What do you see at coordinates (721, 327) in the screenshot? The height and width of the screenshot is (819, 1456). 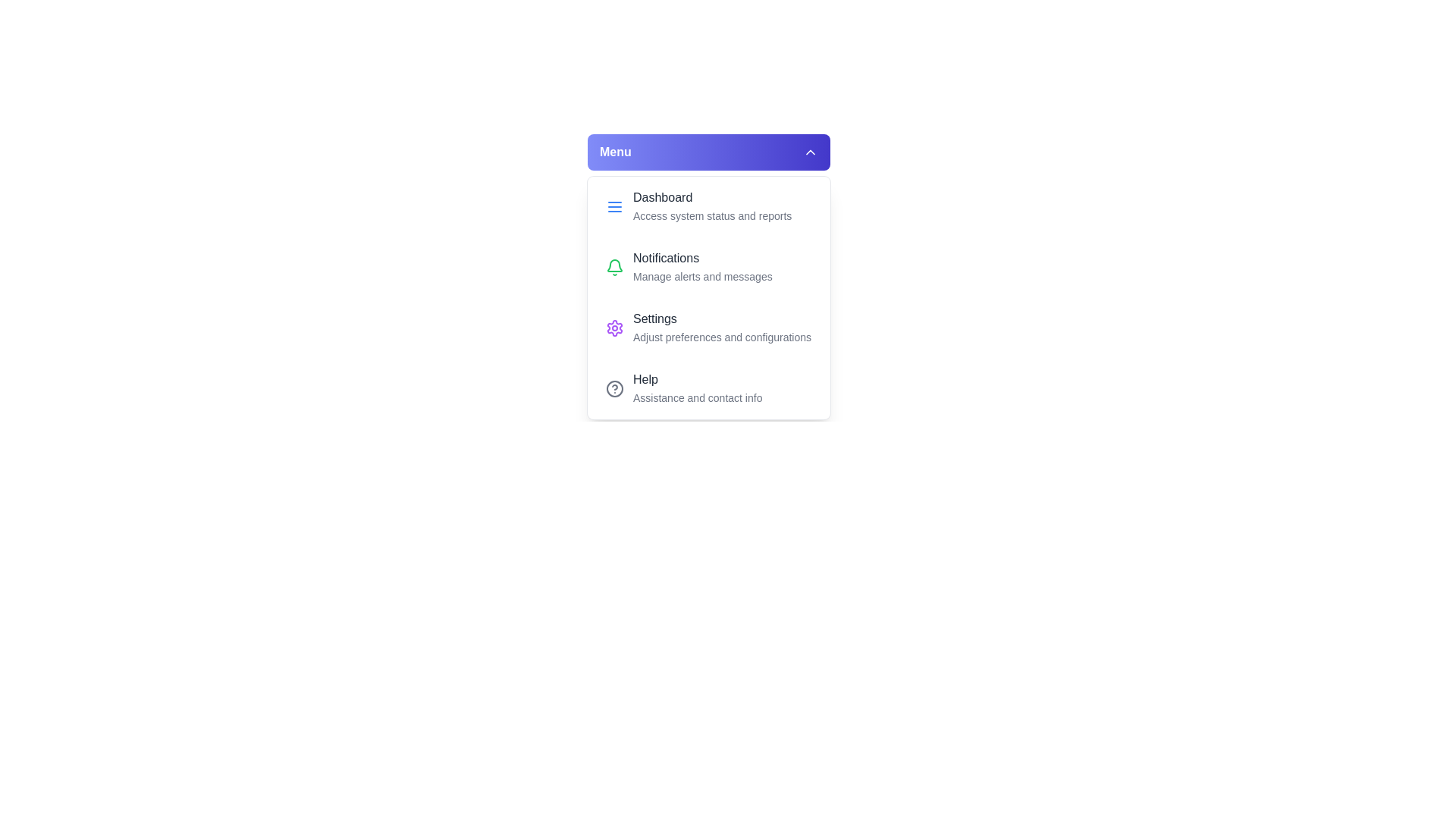 I see `the third clickable text-based navigation menu entry that allows access to the settings page, located between the 'Notifications' and 'Help' menu items` at bounding box center [721, 327].